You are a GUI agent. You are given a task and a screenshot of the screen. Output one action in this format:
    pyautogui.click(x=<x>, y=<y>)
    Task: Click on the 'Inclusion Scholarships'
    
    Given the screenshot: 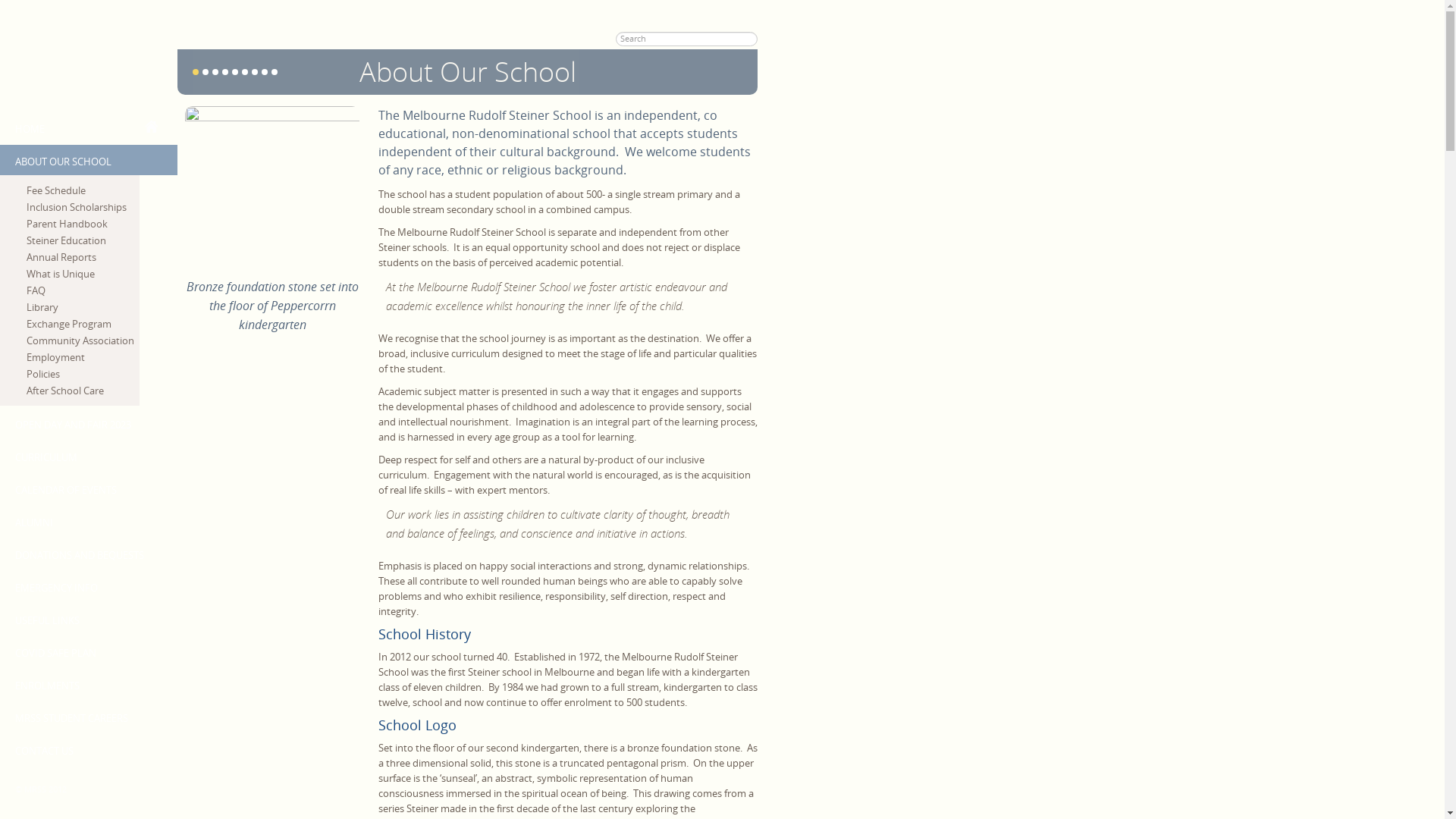 What is the action you would take?
    pyautogui.click(x=82, y=207)
    